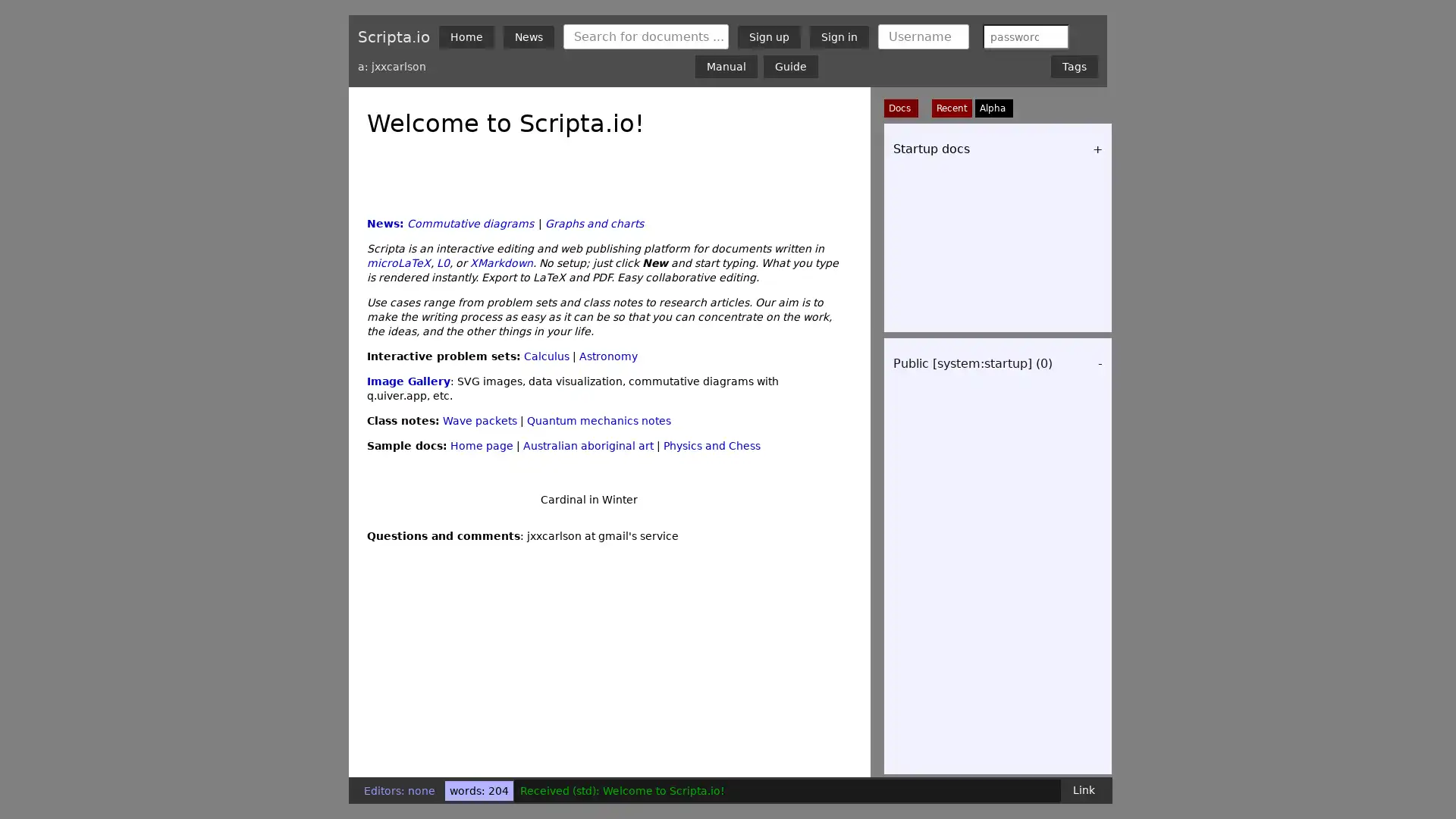 The height and width of the screenshot is (819, 1456). I want to click on Home, so click(466, 35).